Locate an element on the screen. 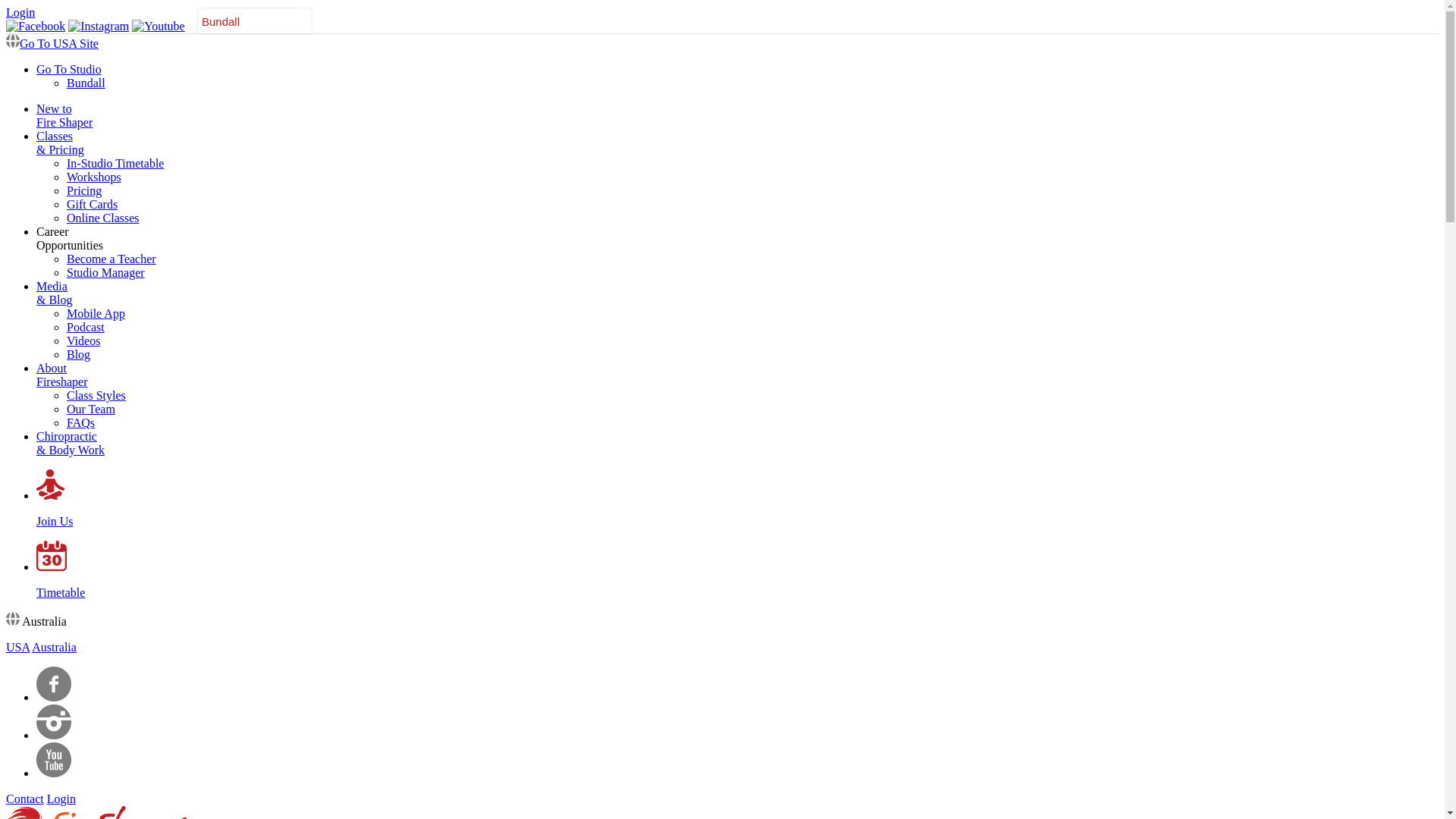 The height and width of the screenshot is (819, 1456). 'Go To Studio' is located at coordinates (36, 69).